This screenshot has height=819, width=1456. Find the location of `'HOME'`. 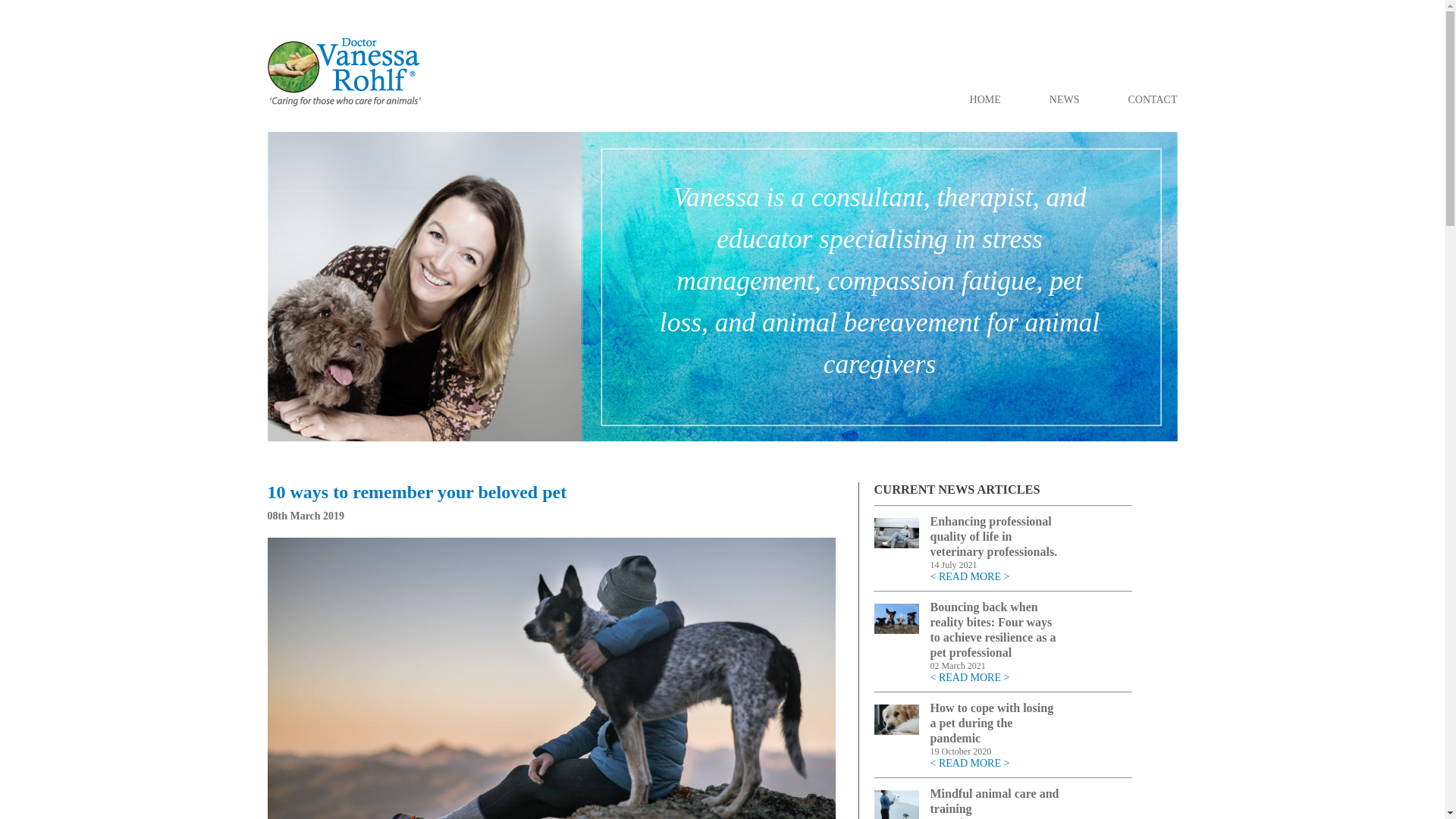

'HOME' is located at coordinates (985, 99).